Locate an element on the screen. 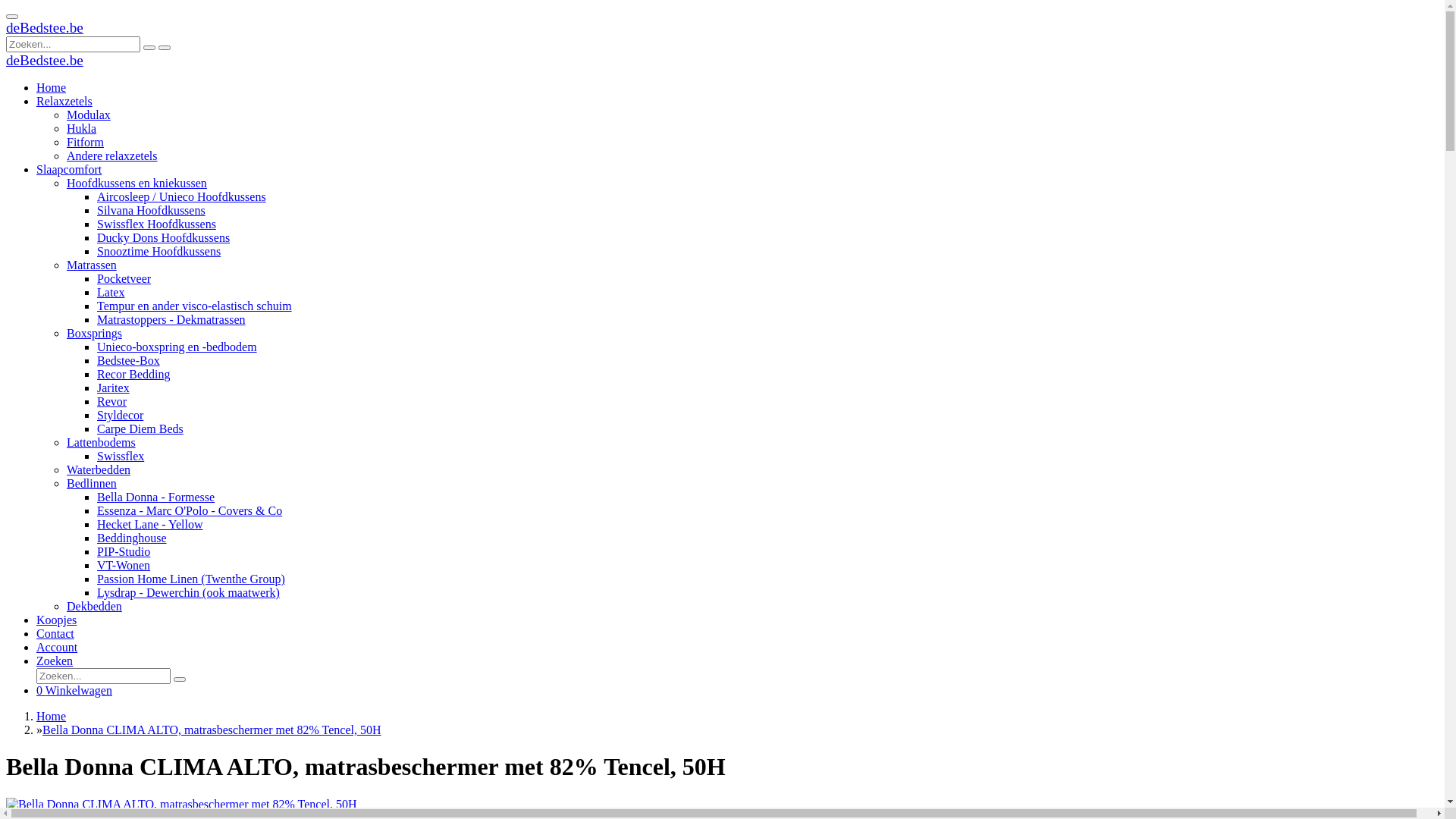 The image size is (1456, 819). 'Pocketveer' is located at coordinates (124, 278).